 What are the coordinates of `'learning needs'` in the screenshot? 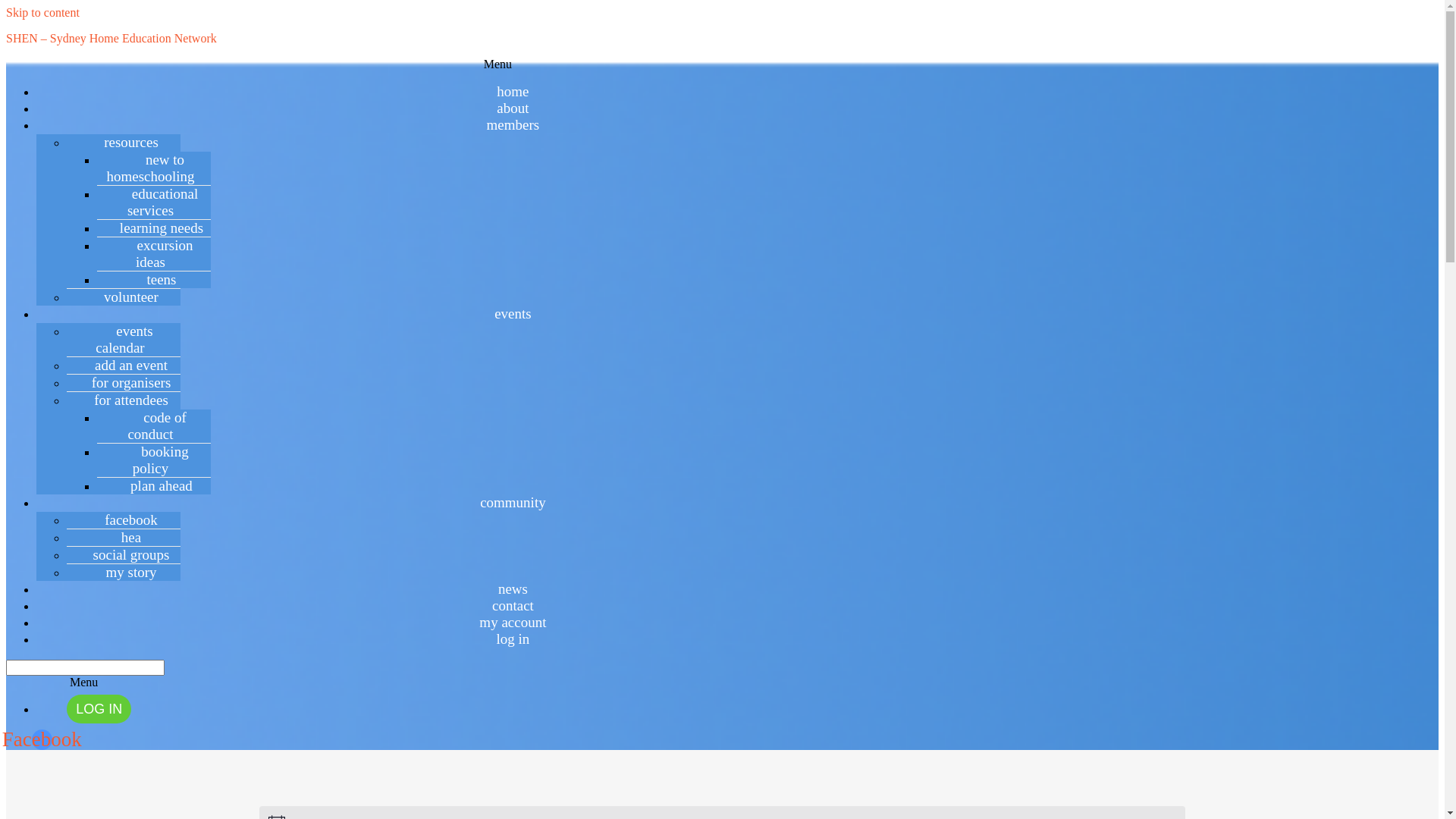 It's located at (97, 227).